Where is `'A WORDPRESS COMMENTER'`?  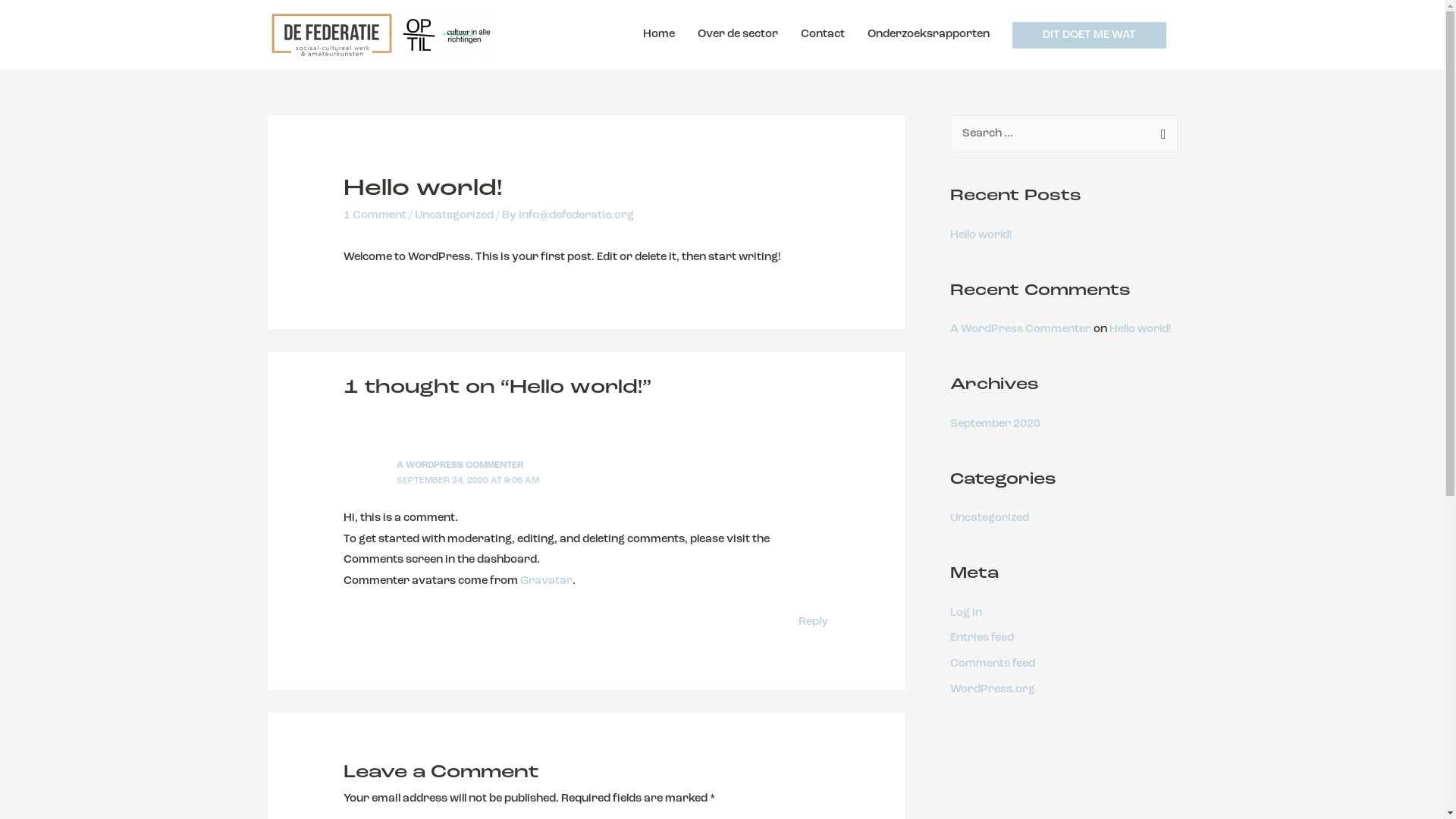 'A WORDPRESS COMMENTER' is located at coordinates (459, 464).